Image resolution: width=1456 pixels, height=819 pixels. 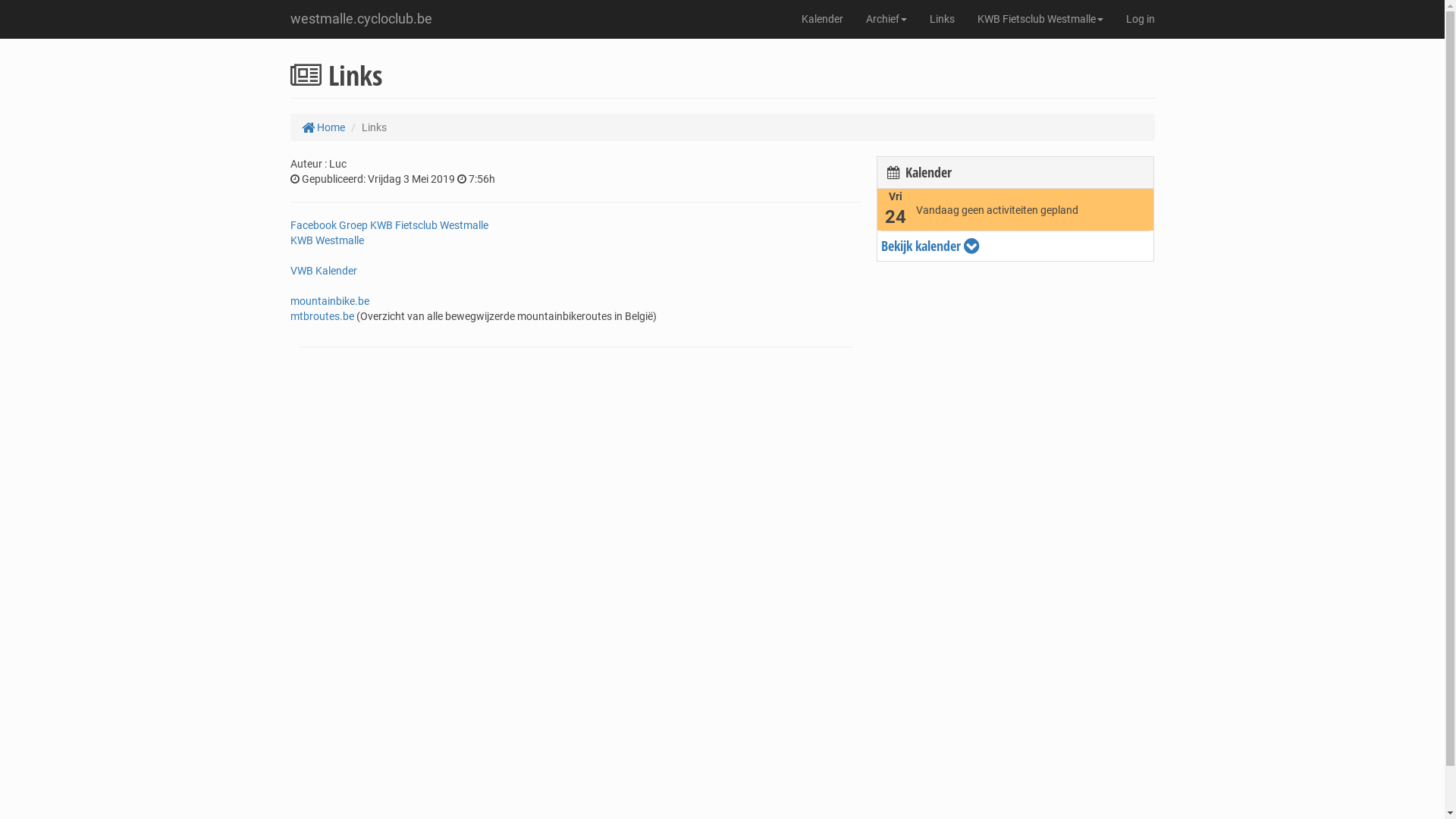 What do you see at coordinates (320, 315) in the screenshot?
I see `'mtbroutes.be'` at bounding box center [320, 315].